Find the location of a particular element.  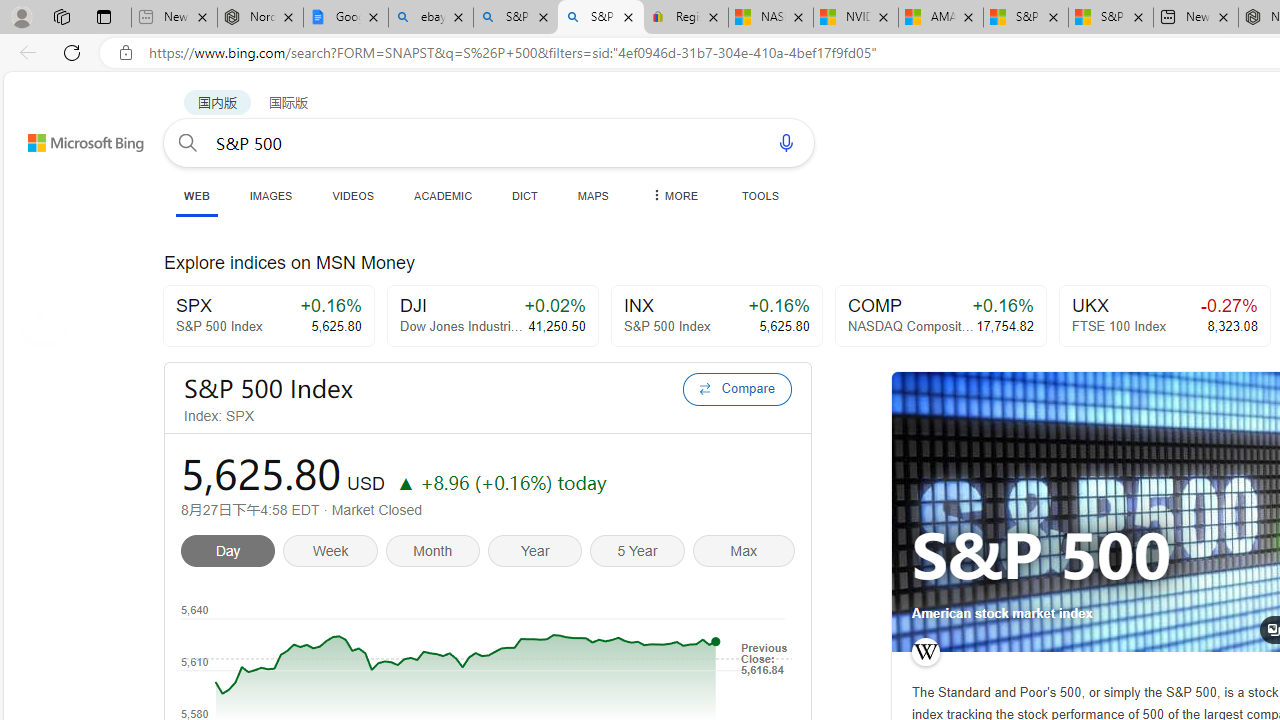

'MAPS' is located at coordinates (592, 195).